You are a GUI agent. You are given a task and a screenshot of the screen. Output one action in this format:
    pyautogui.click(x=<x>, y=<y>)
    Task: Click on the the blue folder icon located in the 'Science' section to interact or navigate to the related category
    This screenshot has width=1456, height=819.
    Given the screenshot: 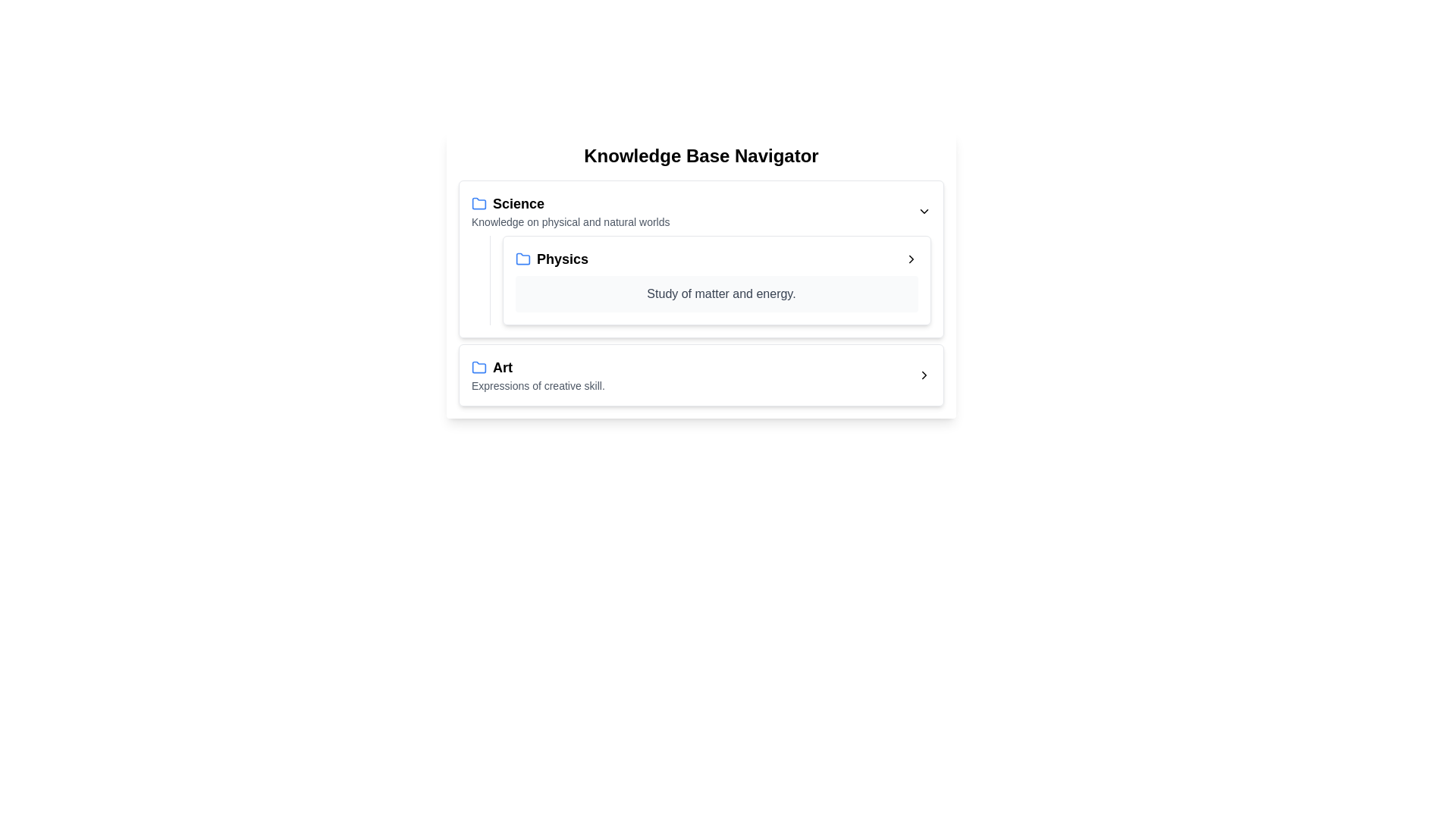 What is the action you would take?
    pyautogui.click(x=479, y=202)
    